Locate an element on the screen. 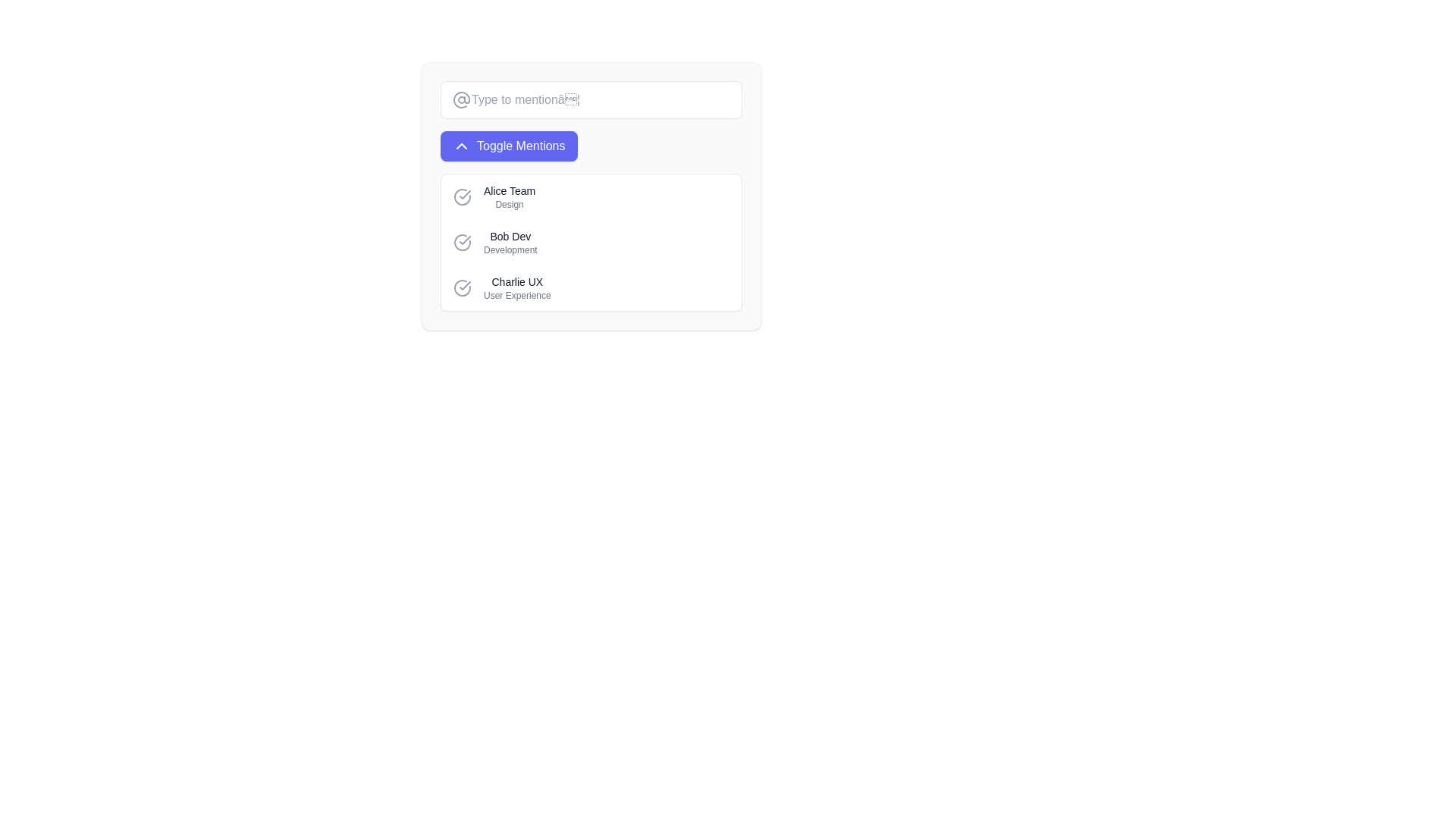  the toggle button located at the top middle of the interface, which allows users to expand or collapse a section for mentions or related content is located at coordinates (509, 146).